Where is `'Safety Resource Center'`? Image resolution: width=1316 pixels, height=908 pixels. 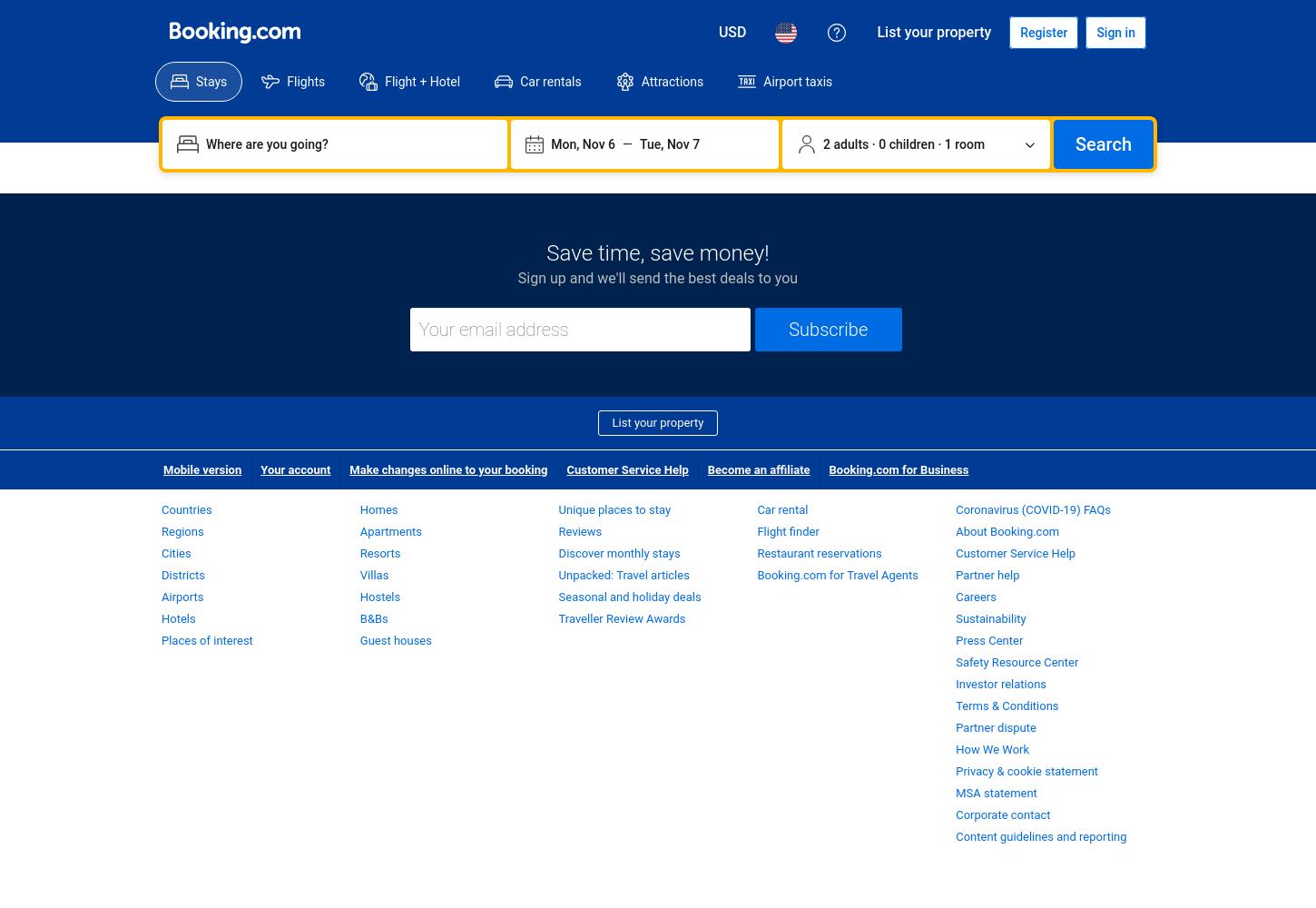 'Safety Resource Center' is located at coordinates (1016, 661).